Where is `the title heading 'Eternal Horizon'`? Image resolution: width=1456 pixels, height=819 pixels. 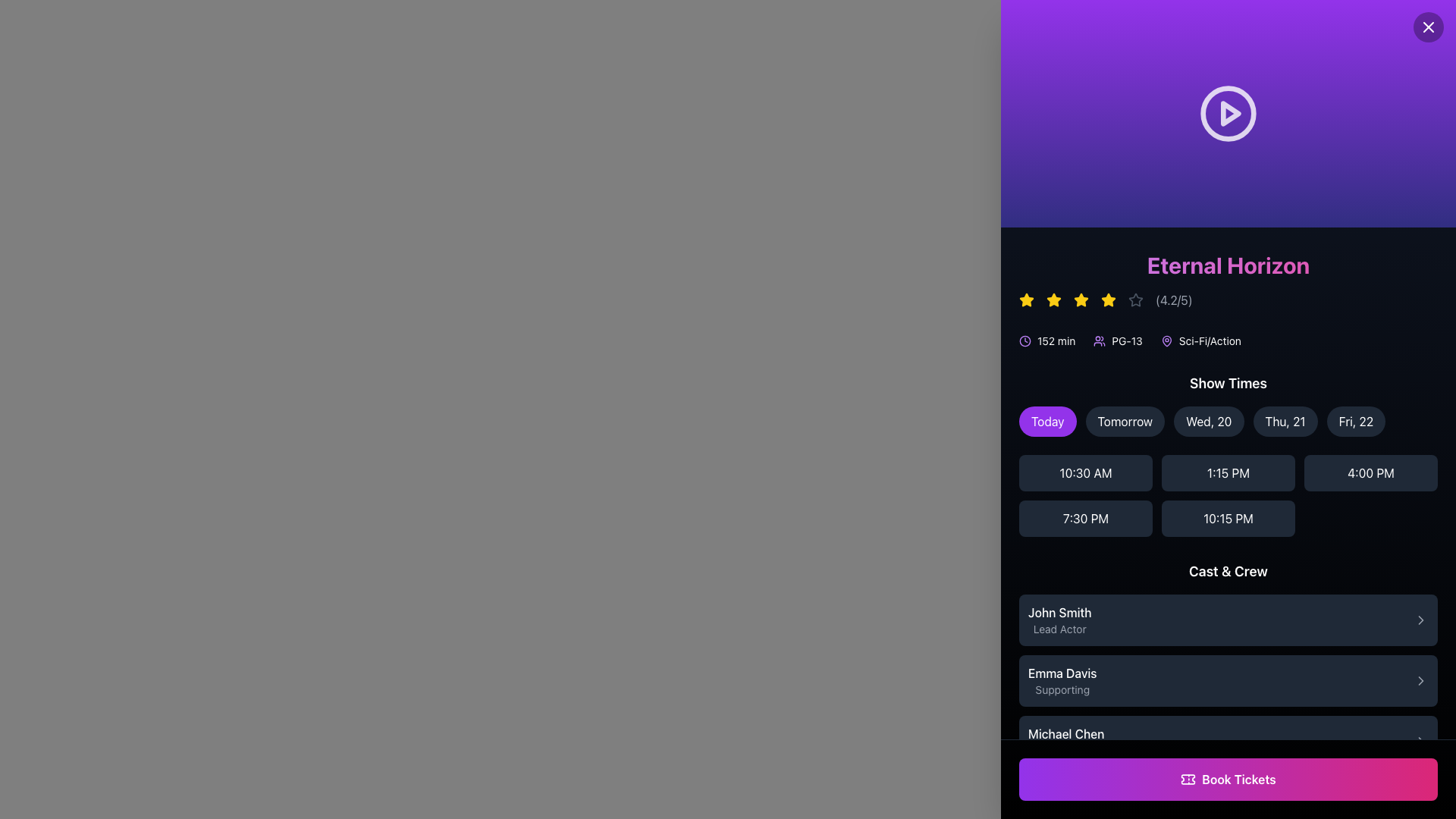 the title heading 'Eternal Horizon' is located at coordinates (1228, 265).